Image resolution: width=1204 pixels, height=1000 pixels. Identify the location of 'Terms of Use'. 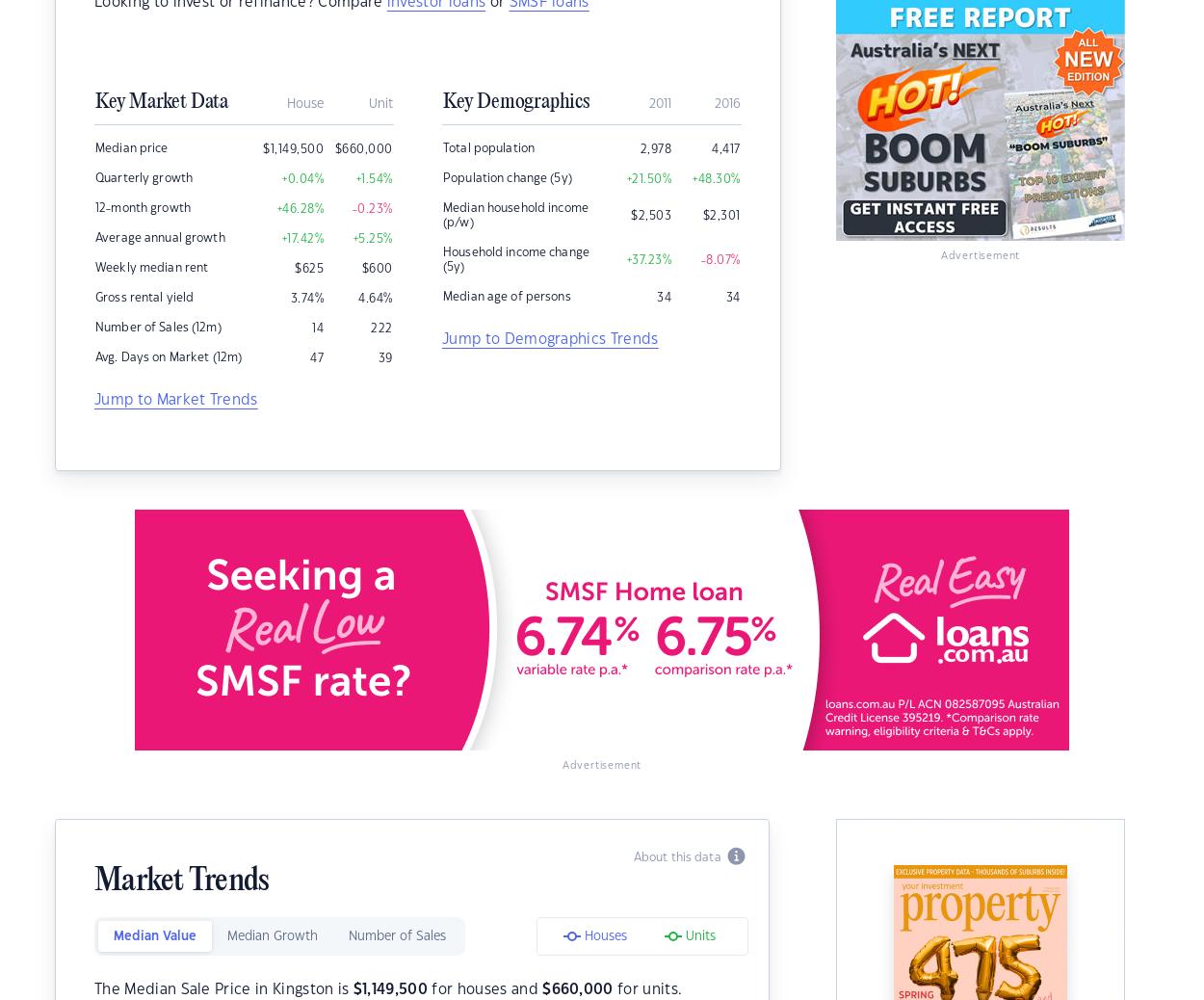
(661, 703).